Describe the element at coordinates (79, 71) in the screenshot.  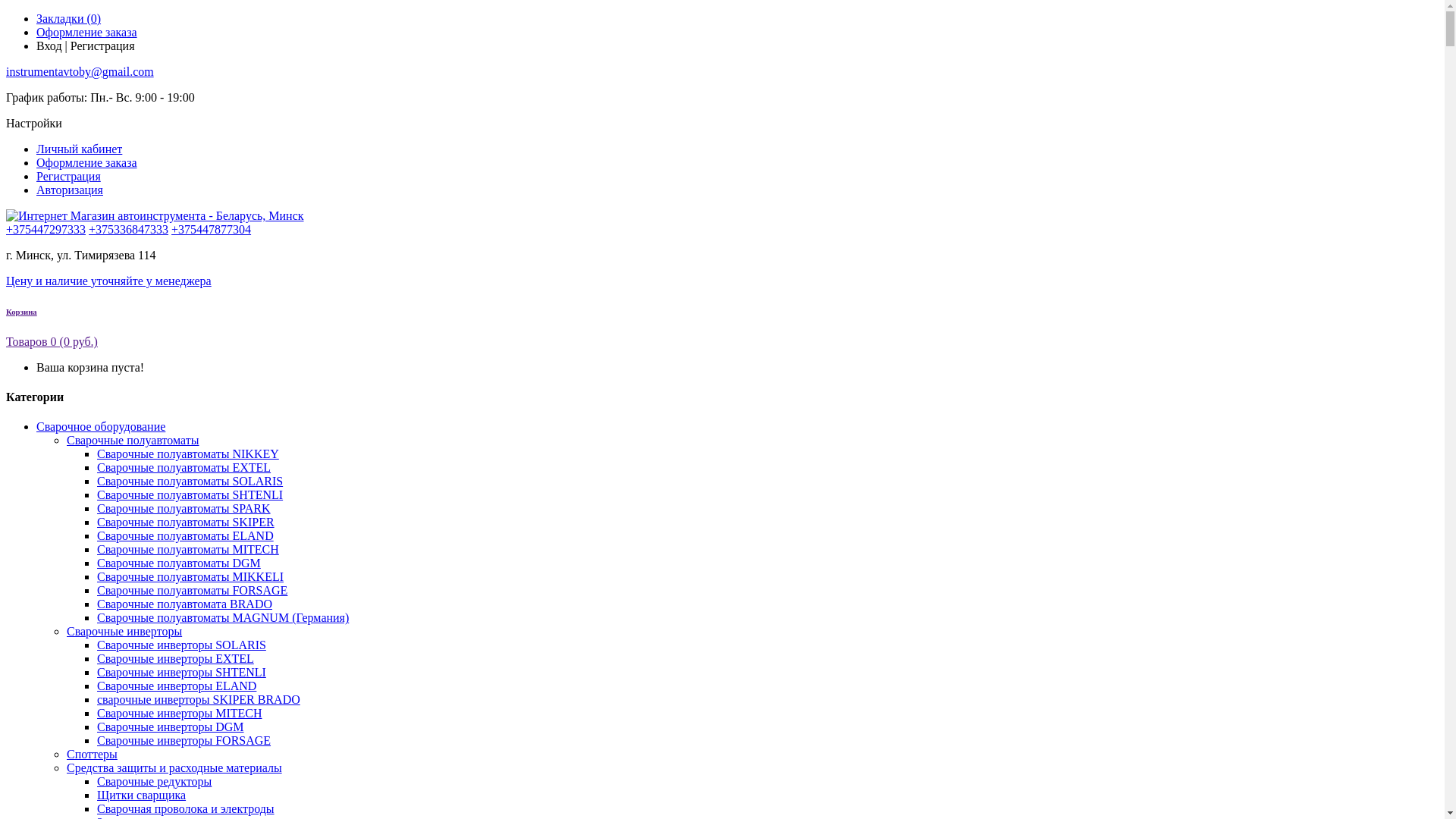
I see `'instrumentavtoby@gmail.com'` at that location.